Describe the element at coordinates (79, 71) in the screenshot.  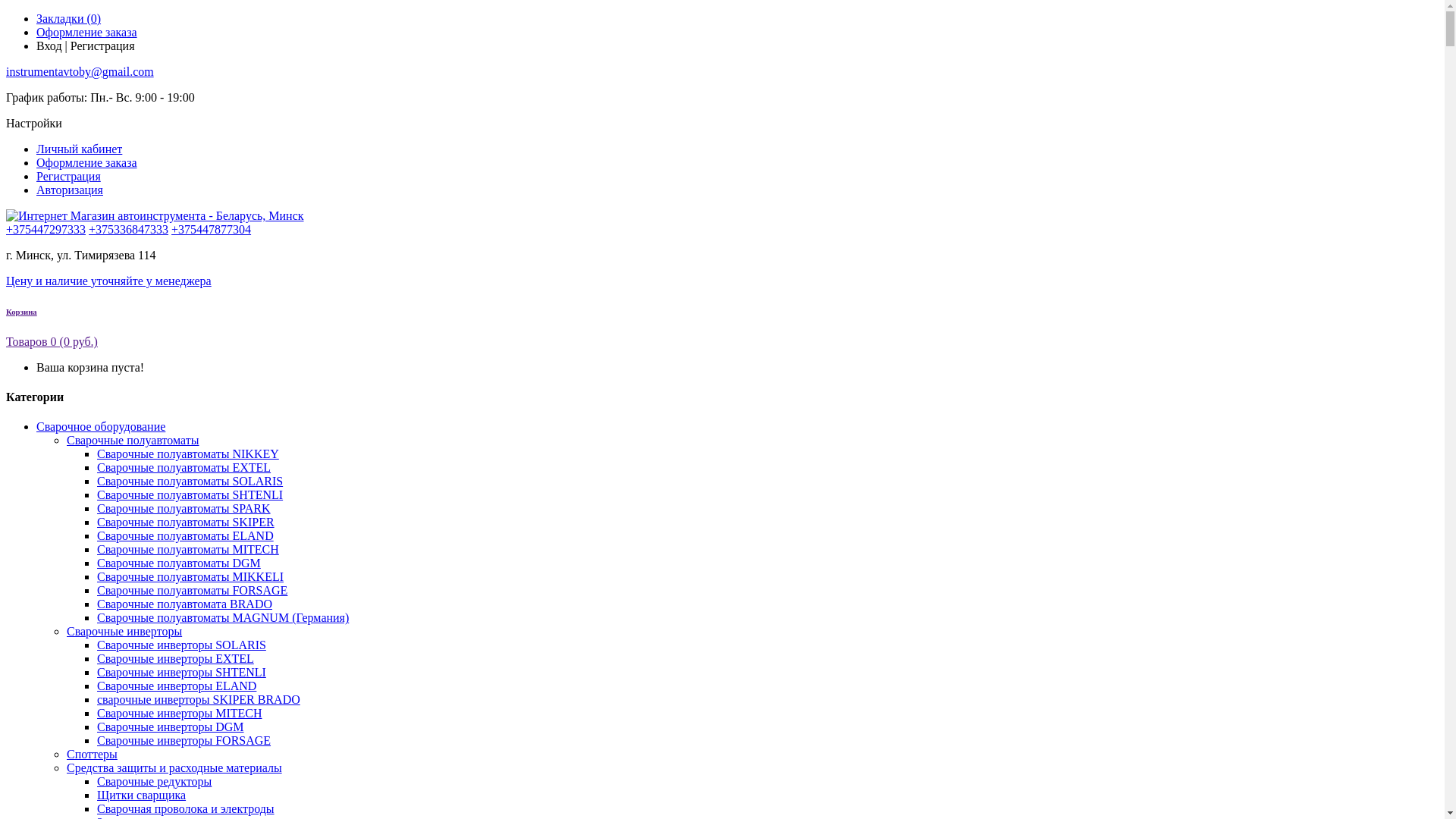
I see `'instrumentavtoby@gmail.com'` at that location.